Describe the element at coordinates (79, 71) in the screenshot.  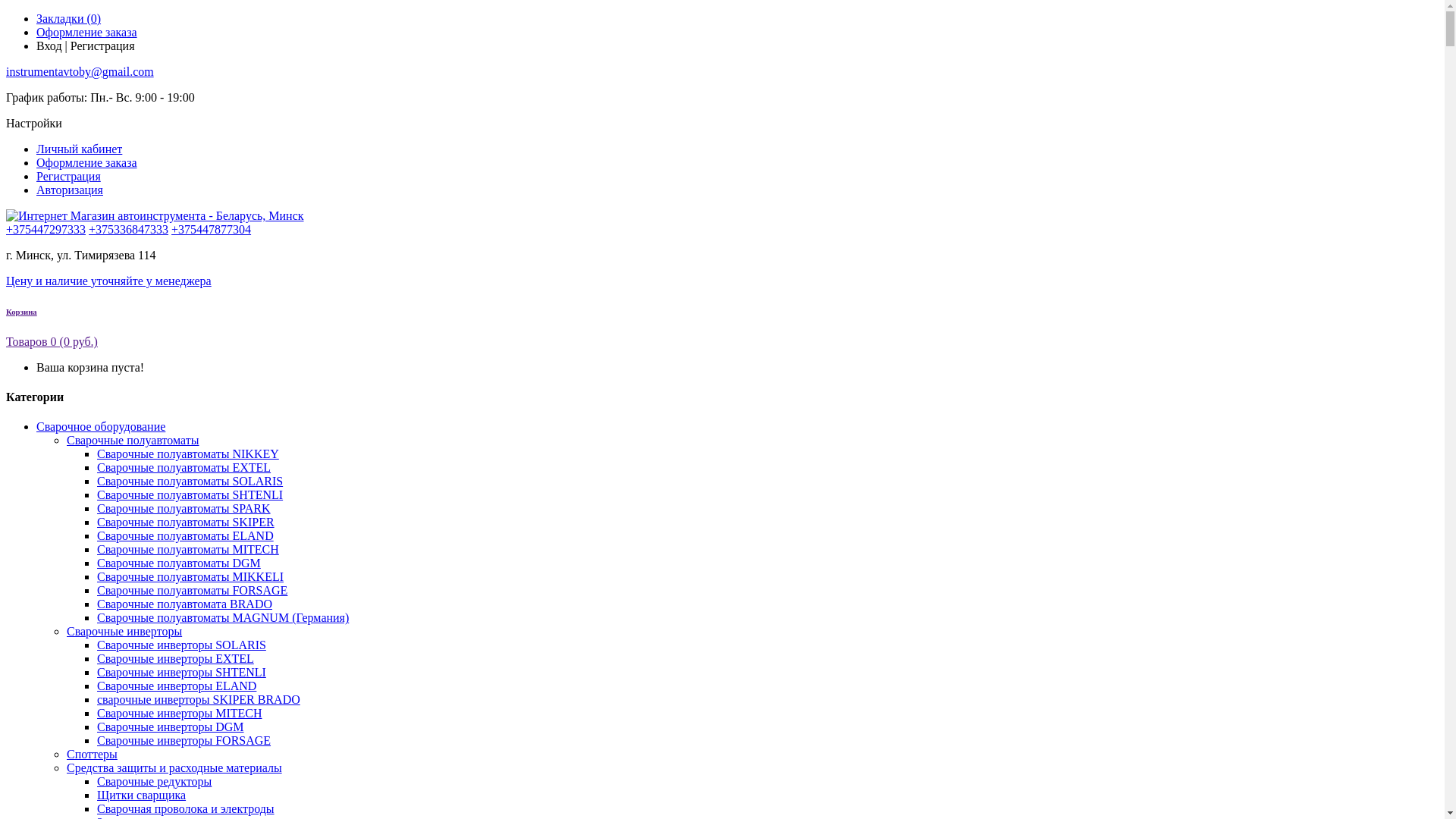
I see `'instrumentavtoby@gmail.com'` at that location.